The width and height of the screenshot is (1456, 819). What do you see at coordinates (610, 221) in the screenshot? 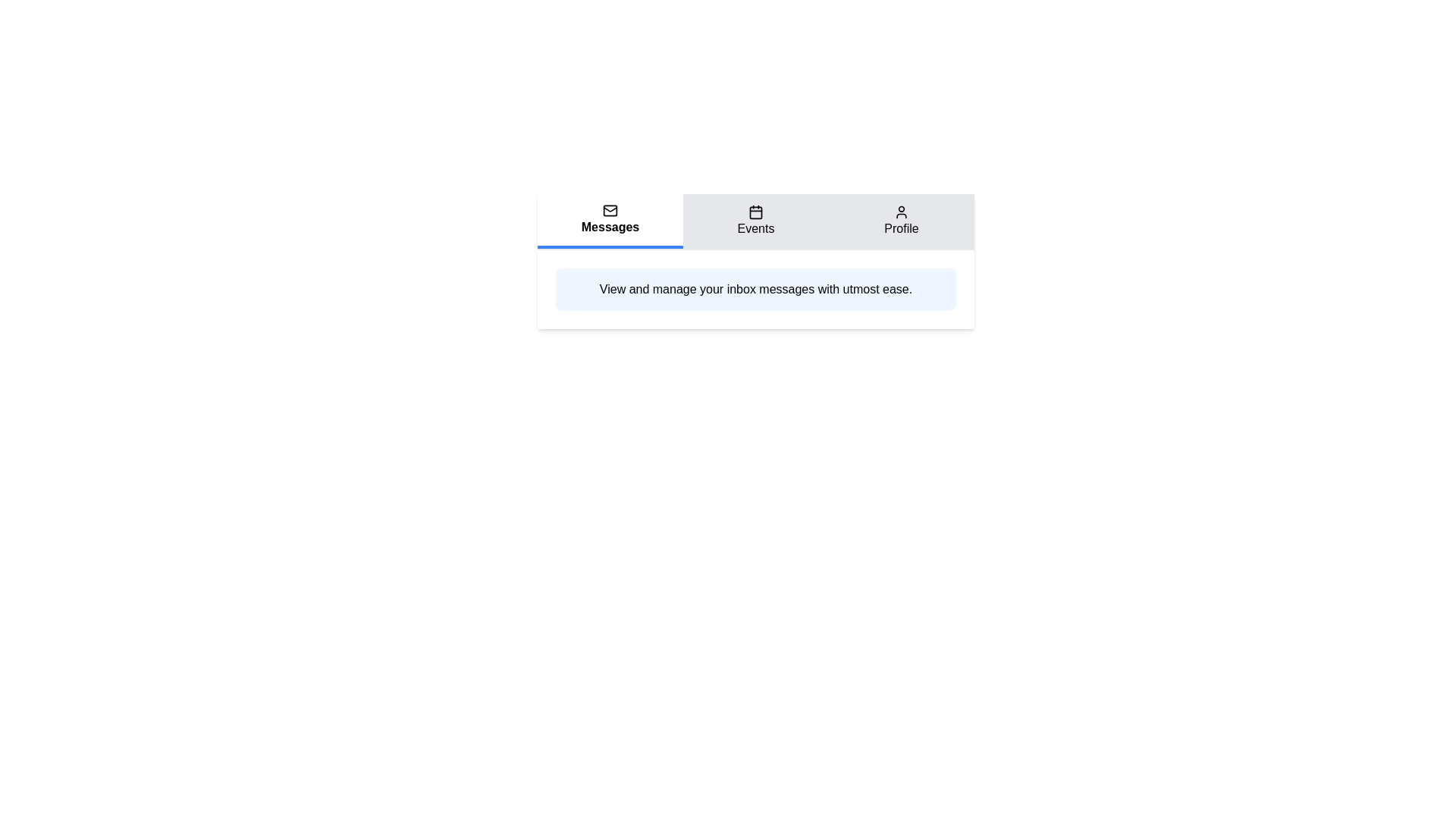
I see `the tab labeled Messages to observe the hover effect` at bounding box center [610, 221].